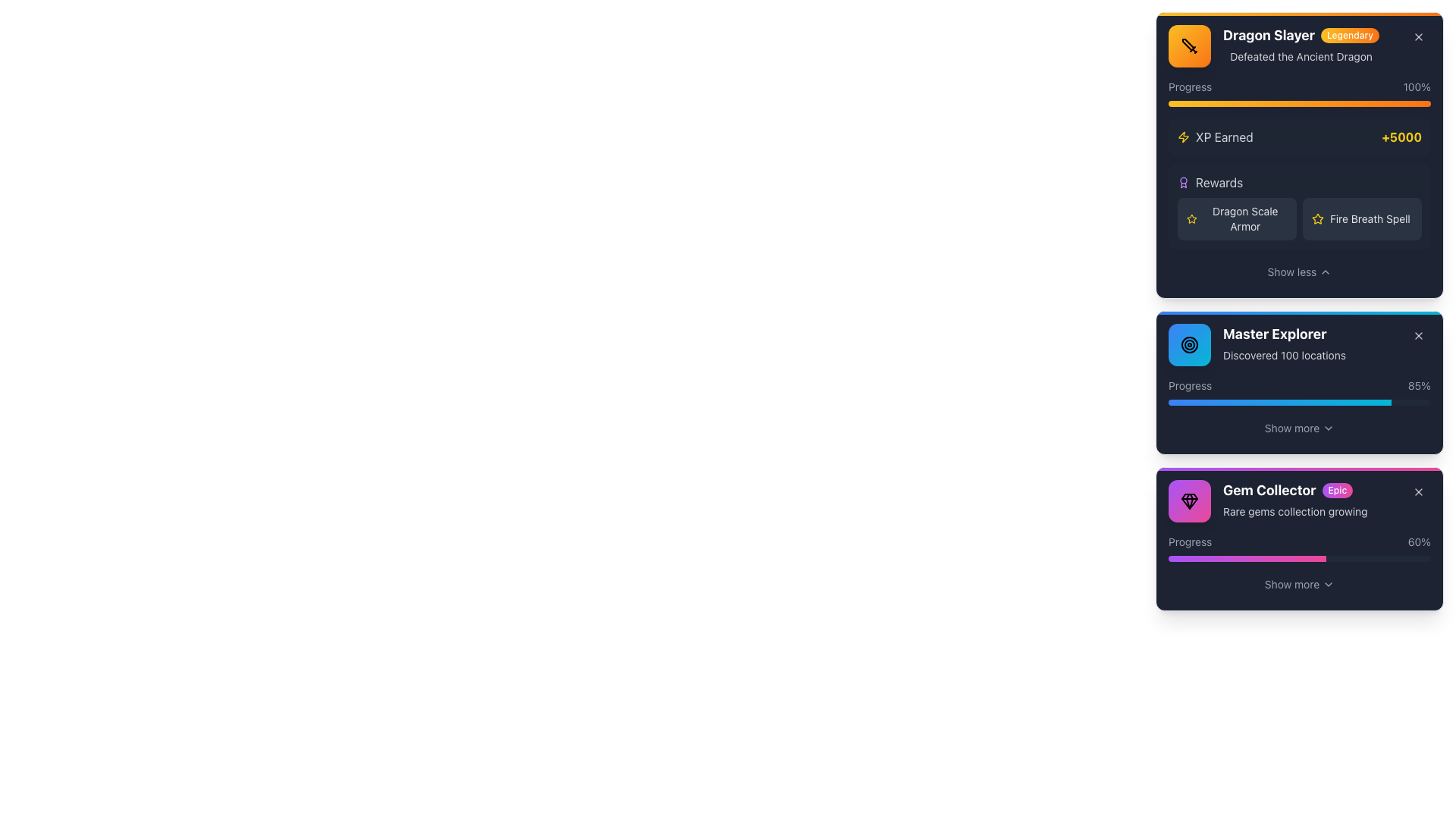 The width and height of the screenshot is (1456, 819). Describe the element at coordinates (1189, 345) in the screenshot. I see `the Decorative icon or button, which is a square button with rounded corners and a target icon at its center, located on the left side of the 'Master Explorer' card` at that location.